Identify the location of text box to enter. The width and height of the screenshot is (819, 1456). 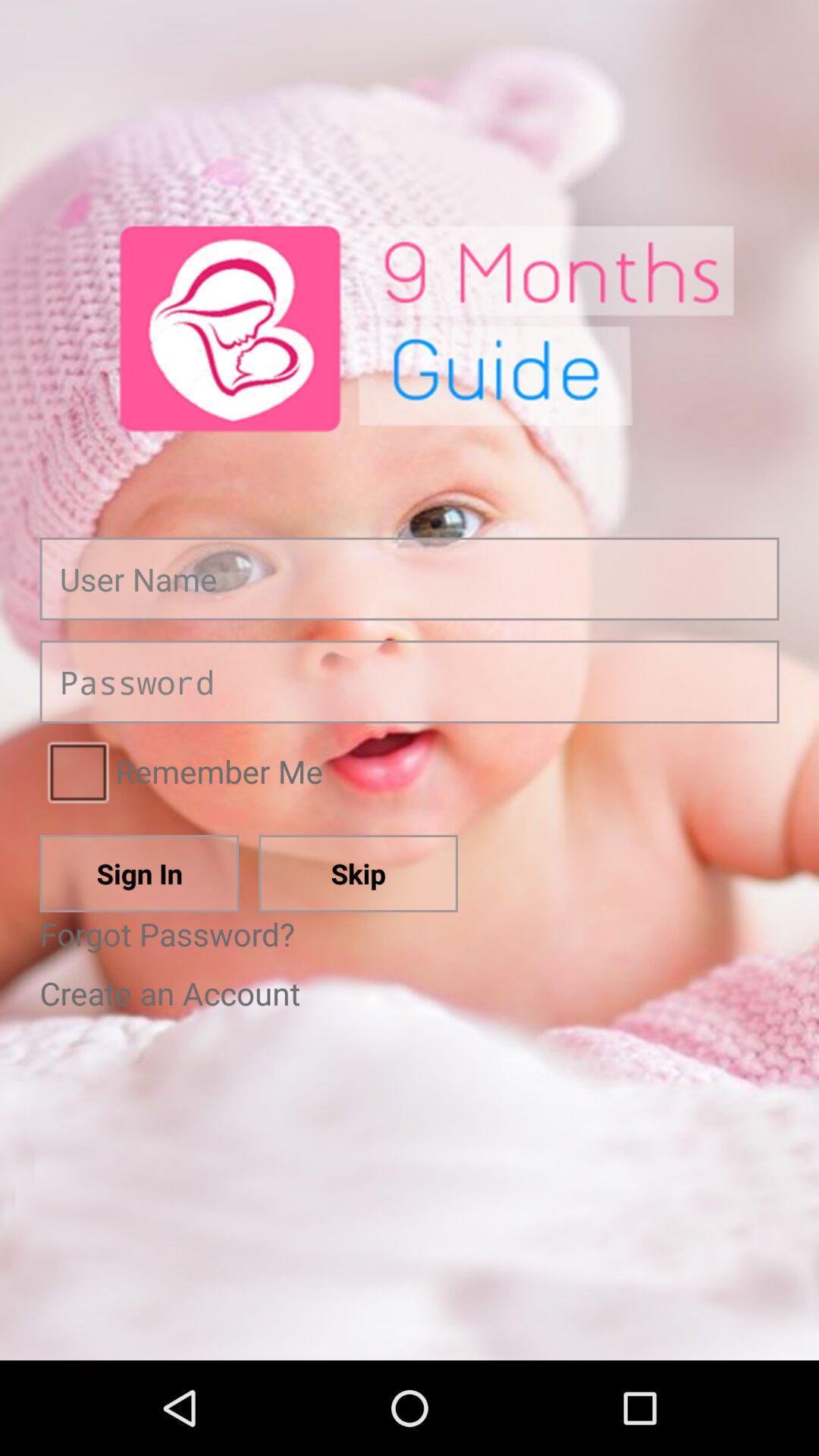
(409, 578).